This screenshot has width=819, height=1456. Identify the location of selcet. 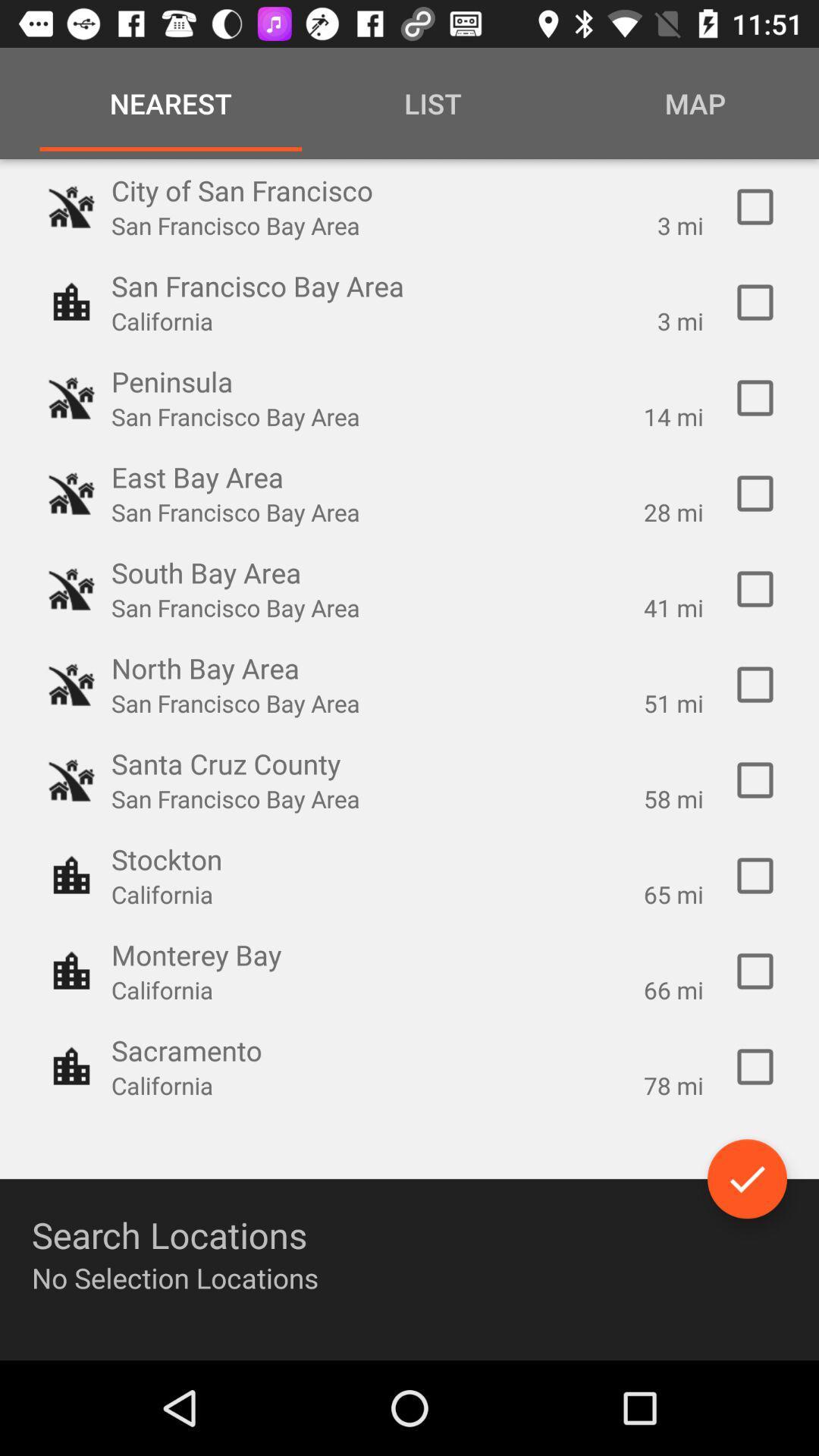
(755, 397).